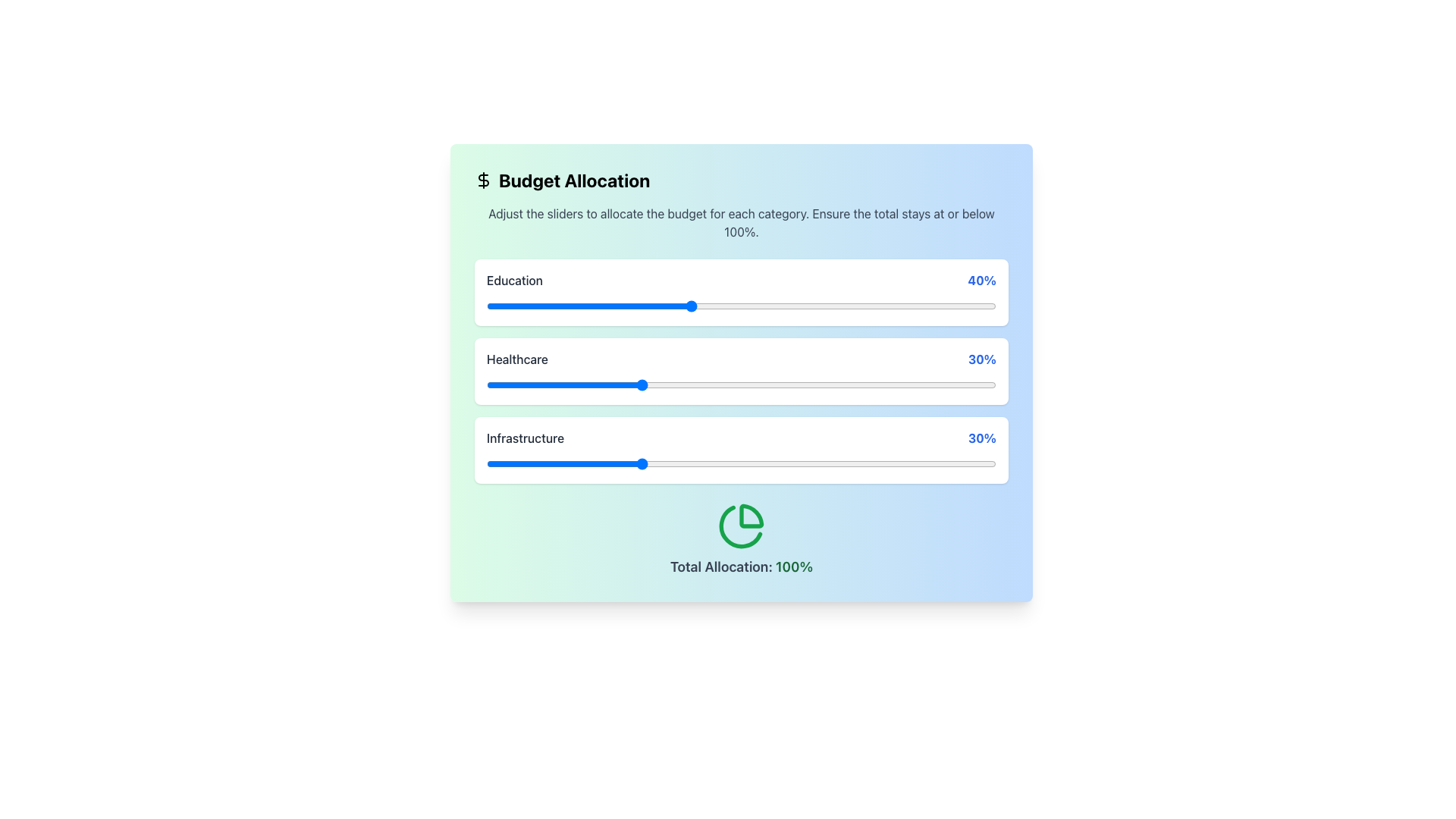  What do you see at coordinates (812, 306) in the screenshot?
I see `the budget allocation for Education` at bounding box center [812, 306].